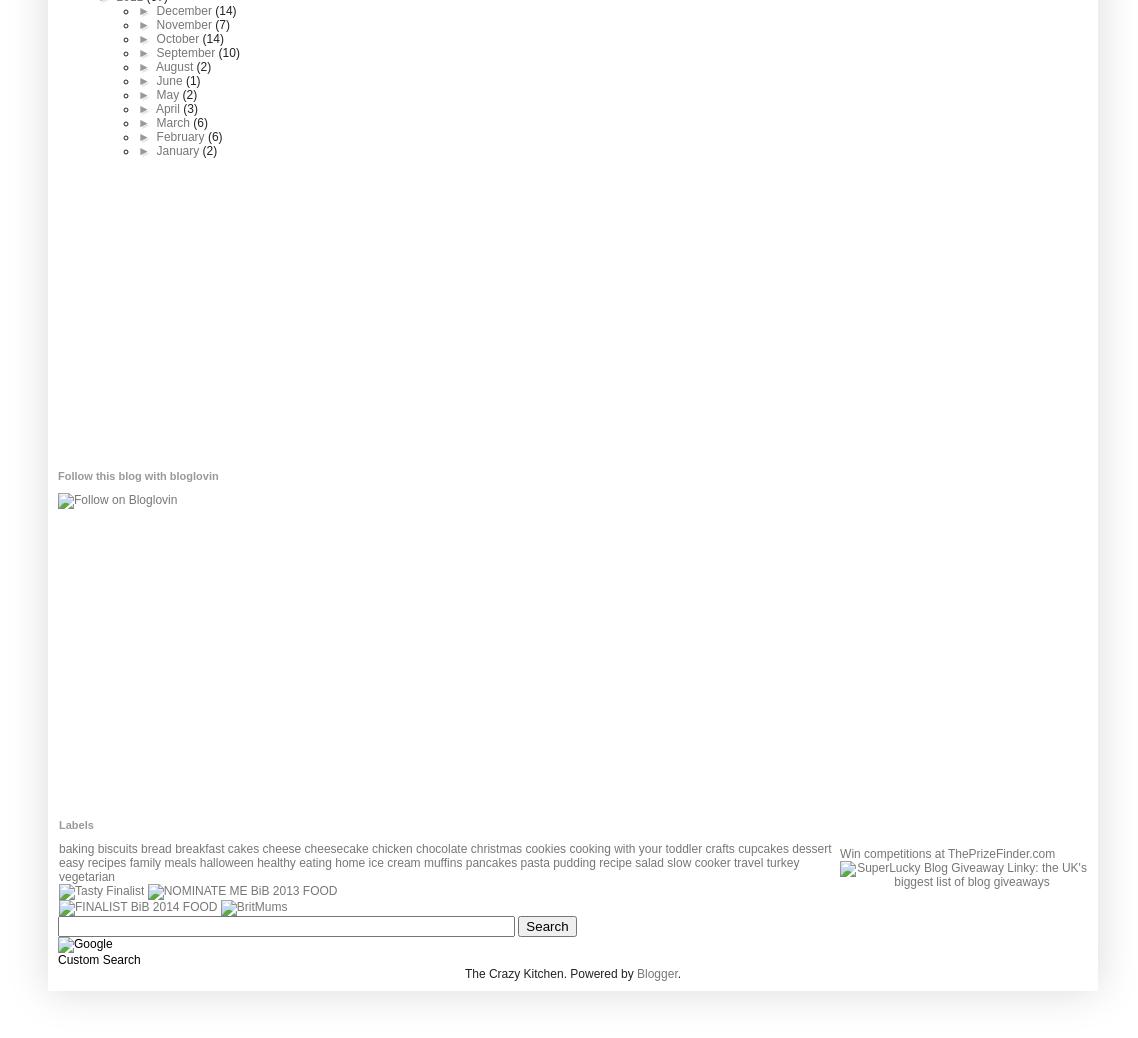  What do you see at coordinates (184, 10) in the screenshot?
I see `'December'` at bounding box center [184, 10].